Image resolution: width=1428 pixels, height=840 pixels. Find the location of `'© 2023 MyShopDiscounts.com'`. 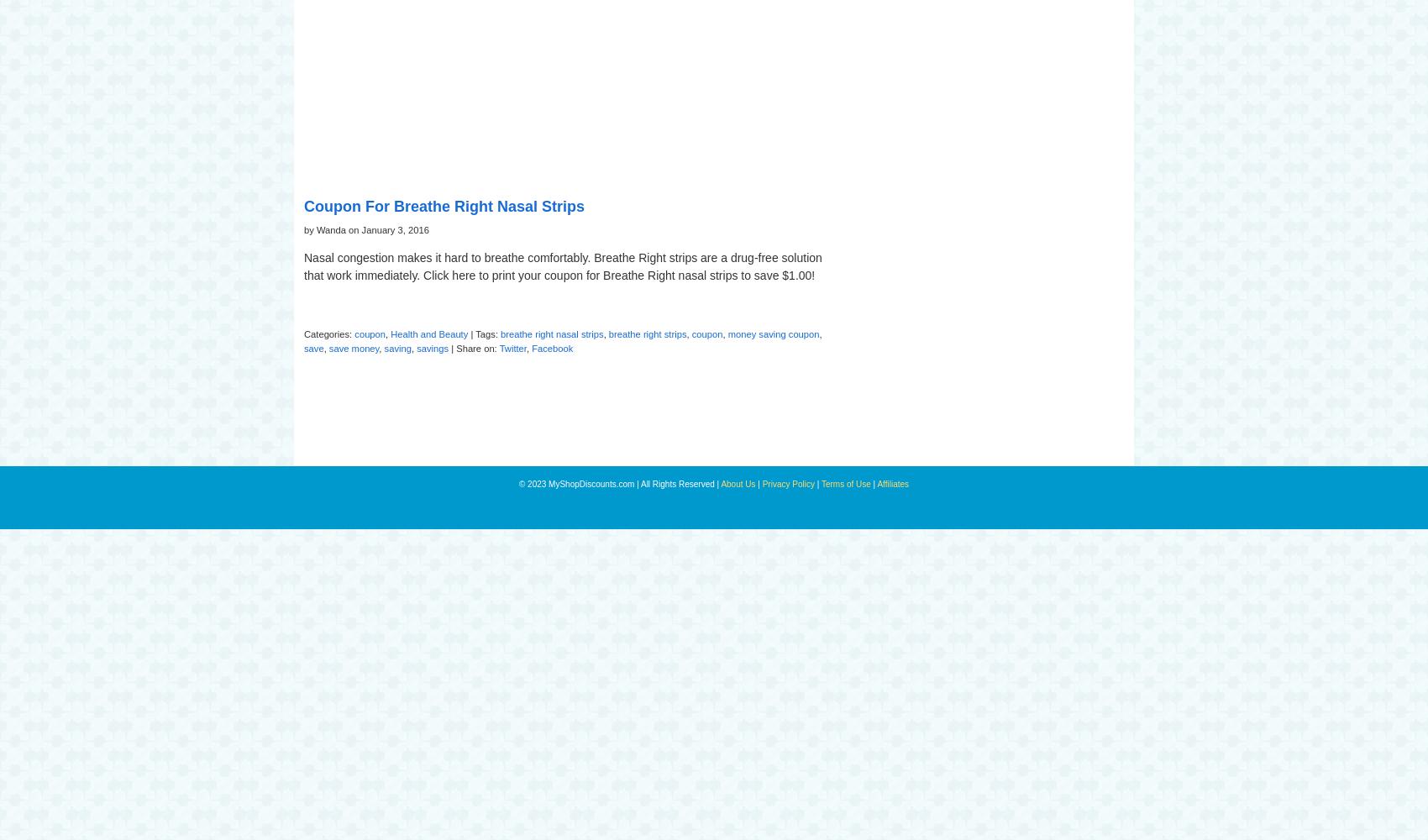

'© 2023 MyShopDiscounts.com' is located at coordinates (577, 482).